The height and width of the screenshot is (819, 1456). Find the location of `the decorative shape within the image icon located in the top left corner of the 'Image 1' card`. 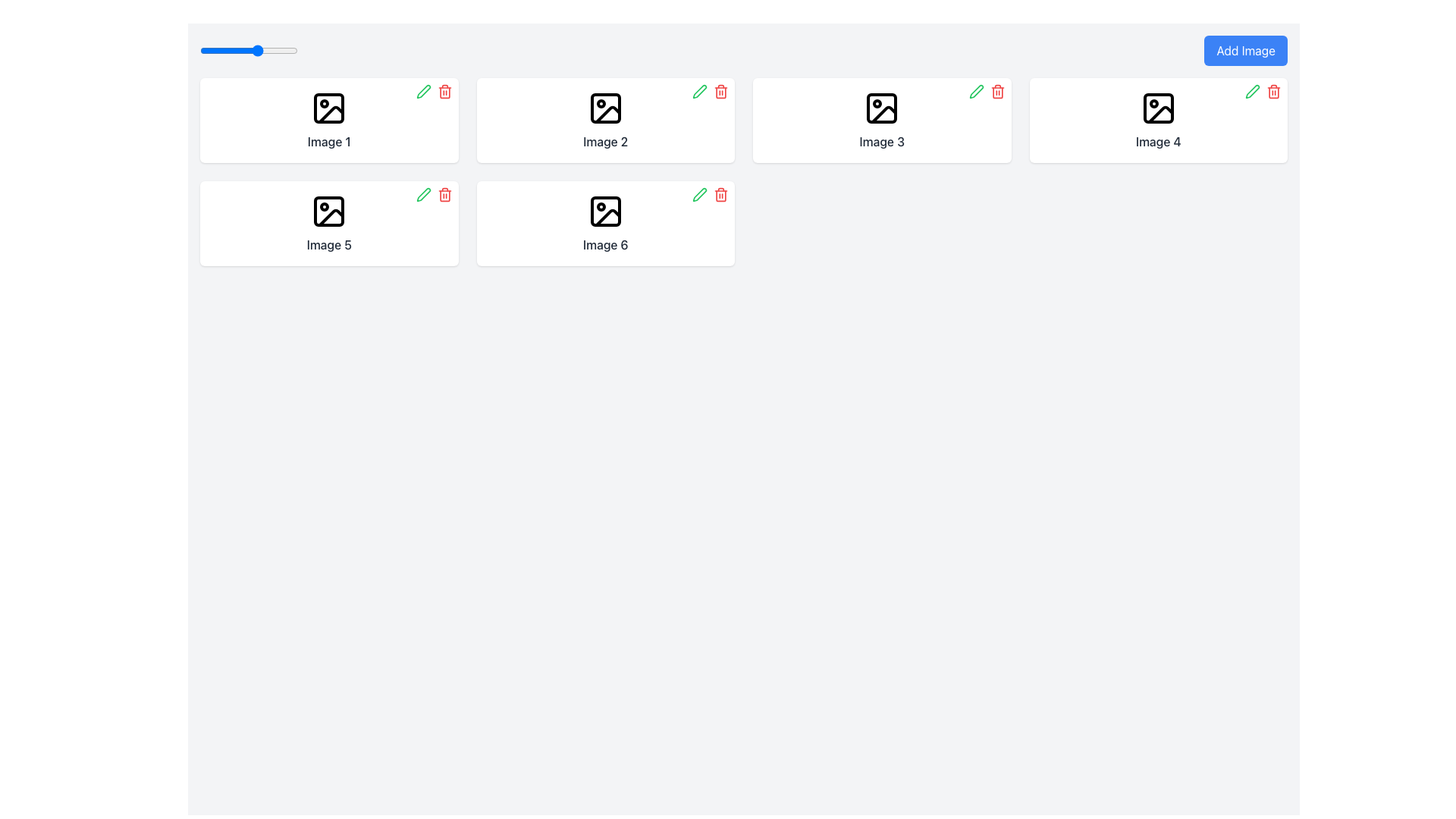

the decorative shape within the image icon located in the top left corner of the 'Image 1' card is located at coordinates (328, 107).